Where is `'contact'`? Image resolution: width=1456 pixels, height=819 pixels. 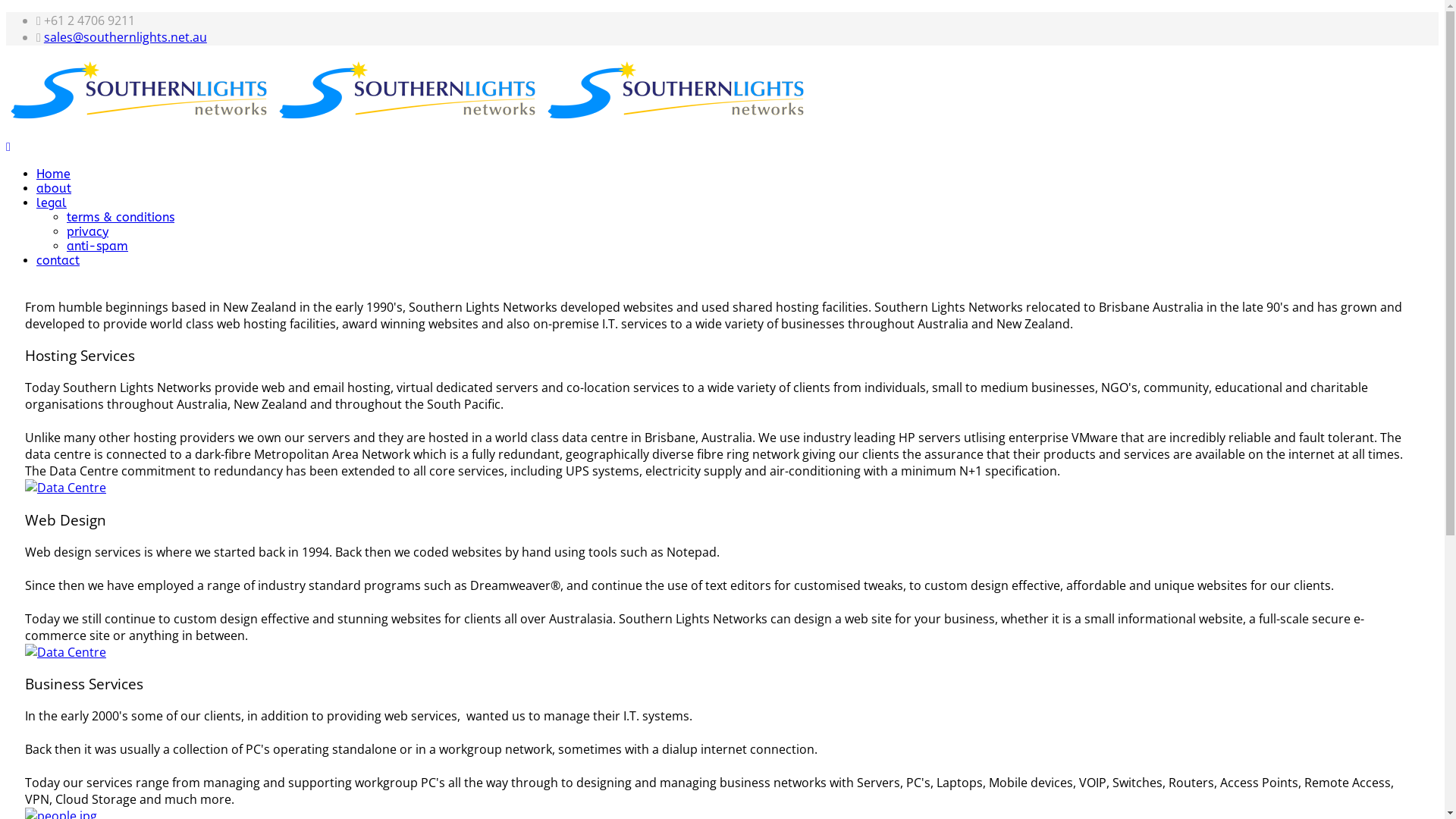 'contact' is located at coordinates (36, 259).